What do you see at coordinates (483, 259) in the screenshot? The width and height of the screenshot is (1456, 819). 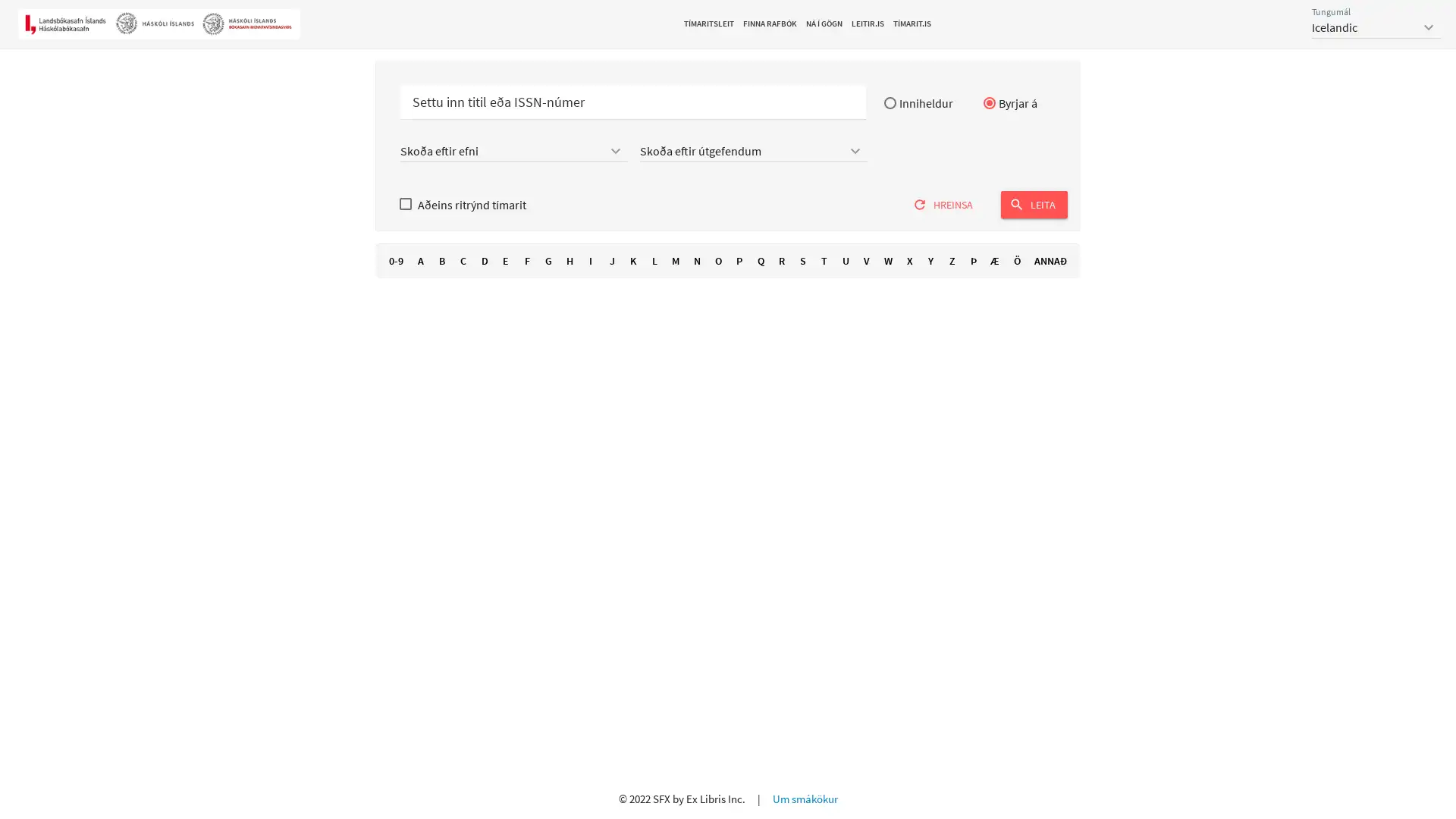 I see `D` at bounding box center [483, 259].